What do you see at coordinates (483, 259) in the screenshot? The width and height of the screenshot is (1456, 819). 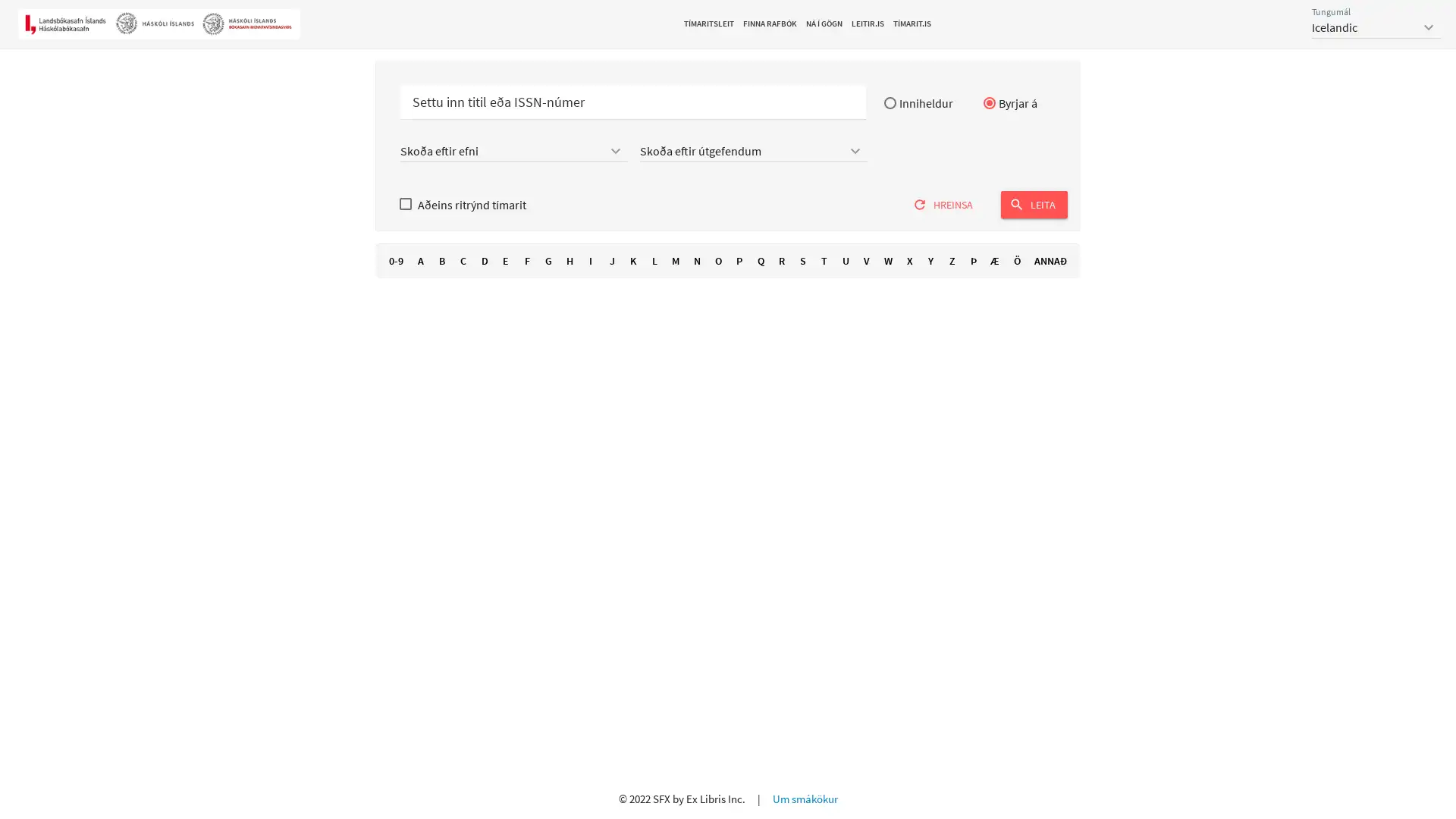 I see `D` at bounding box center [483, 259].